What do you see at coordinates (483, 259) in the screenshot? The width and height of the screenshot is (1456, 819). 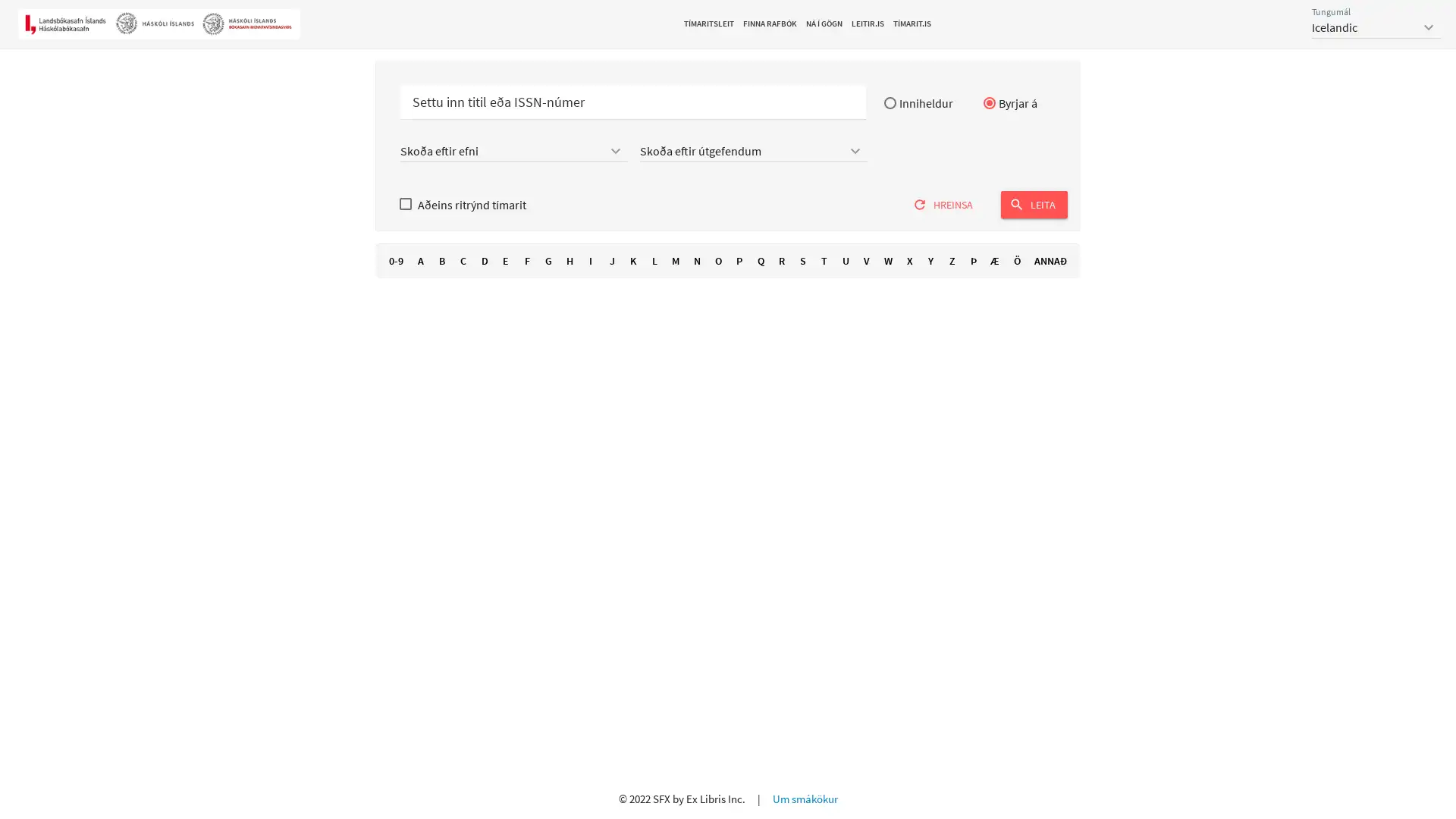 I see `D` at bounding box center [483, 259].